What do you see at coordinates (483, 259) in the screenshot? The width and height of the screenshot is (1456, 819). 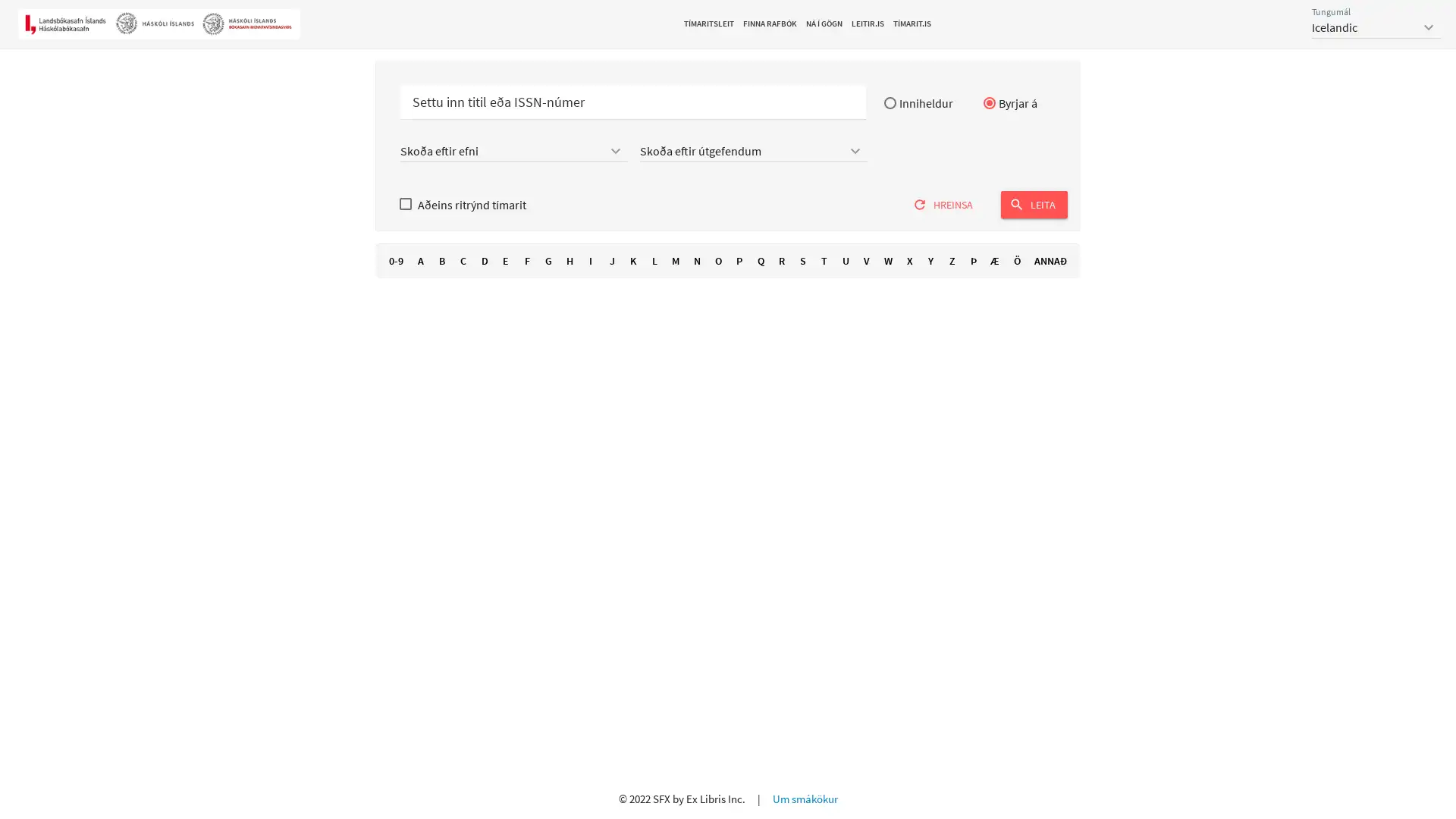 I see `D` at bounding box center [483, 259].